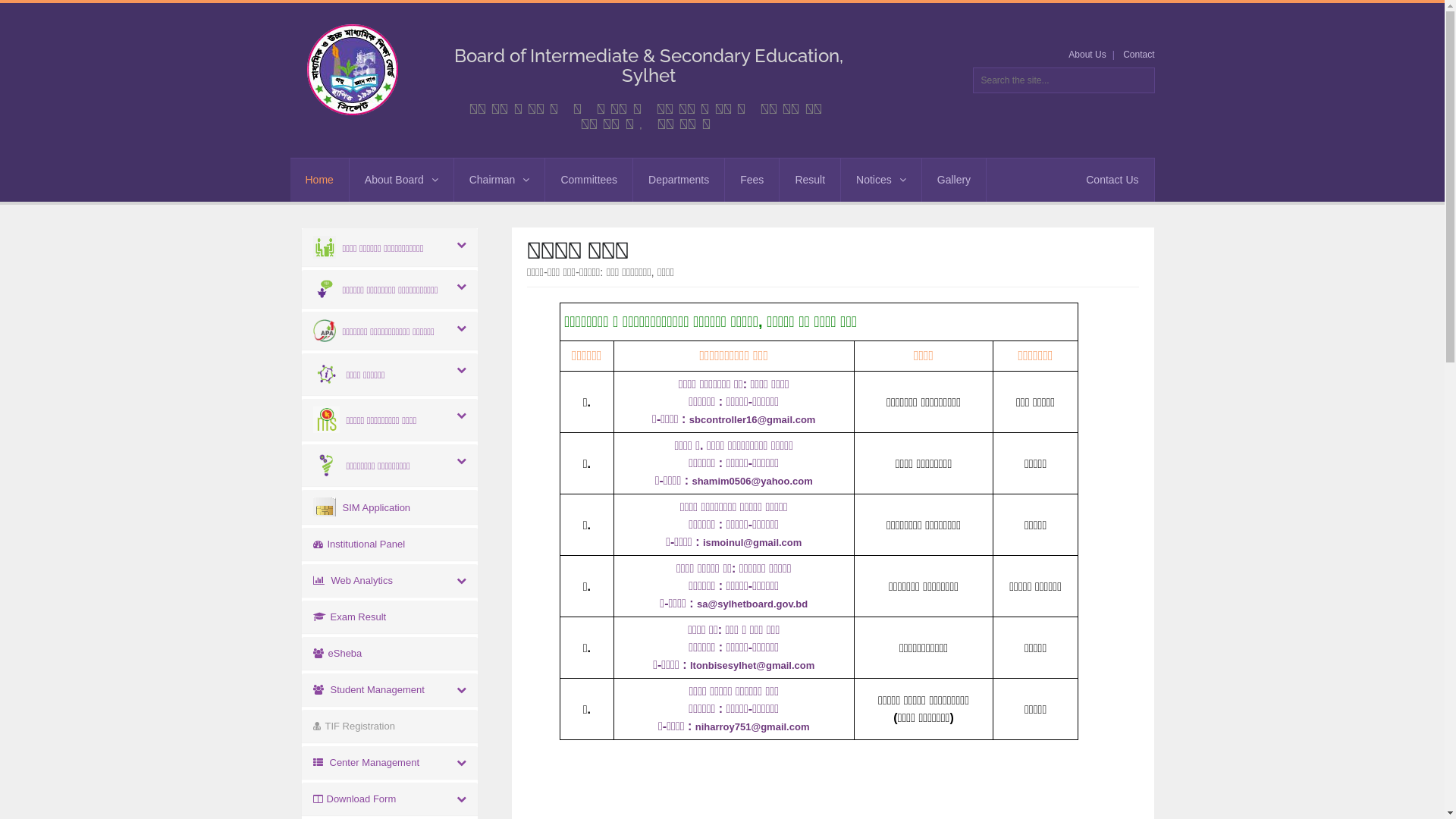 This screenshot has width=1456, height=819. What do you see at coordinates (353, 798) in the screenshot?
I see `'  Download Form'` at bounding box center [353, 798].